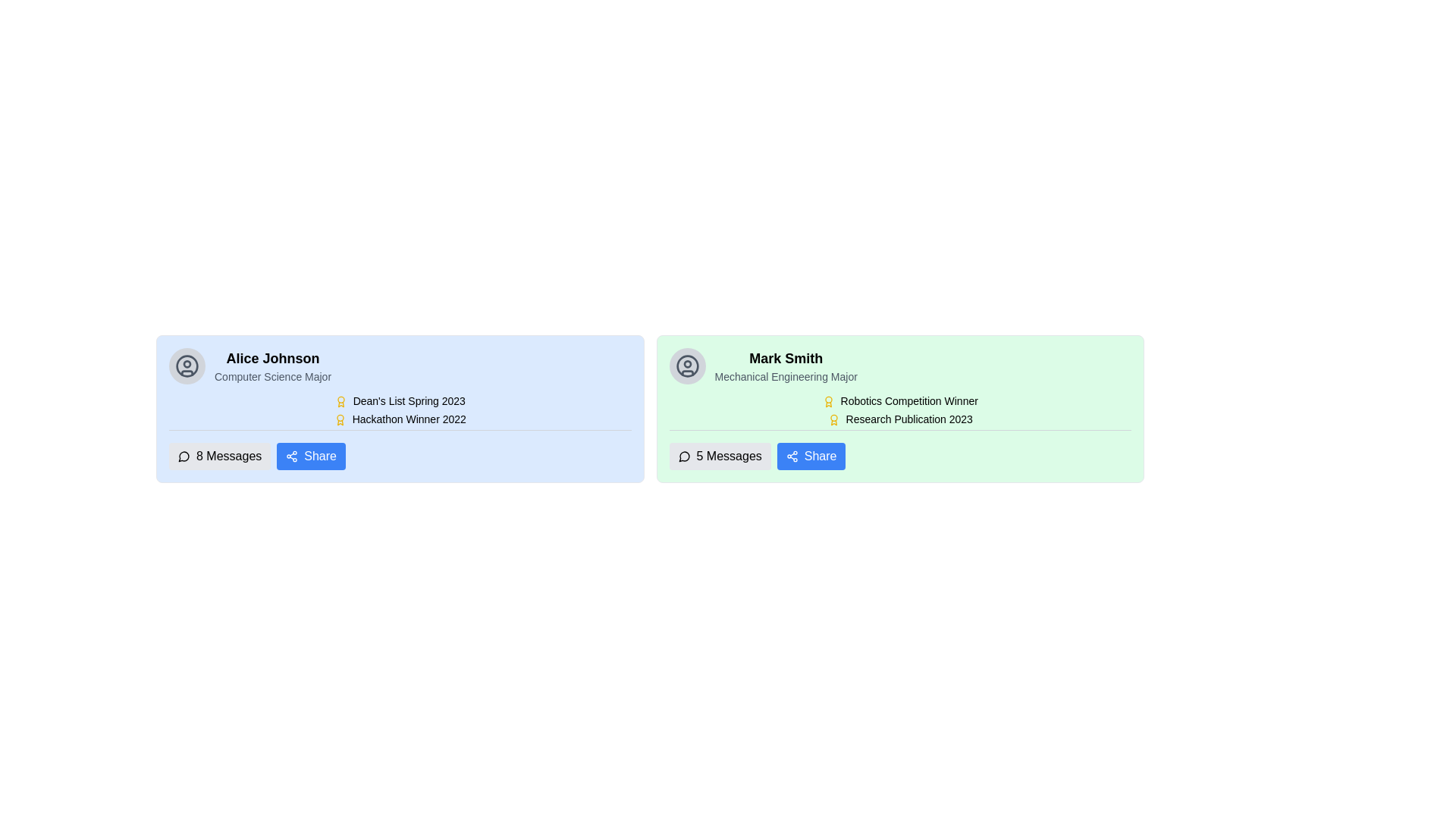 This screenshot has height=819, width=1456. Describe the element at coordinates (786, 376) in the screenshot. I see `the Static Text Label displaying 'Mechanical Engineering Major', which is located below the larger label 'Mark Smith' in the light green card-like section` at that location.